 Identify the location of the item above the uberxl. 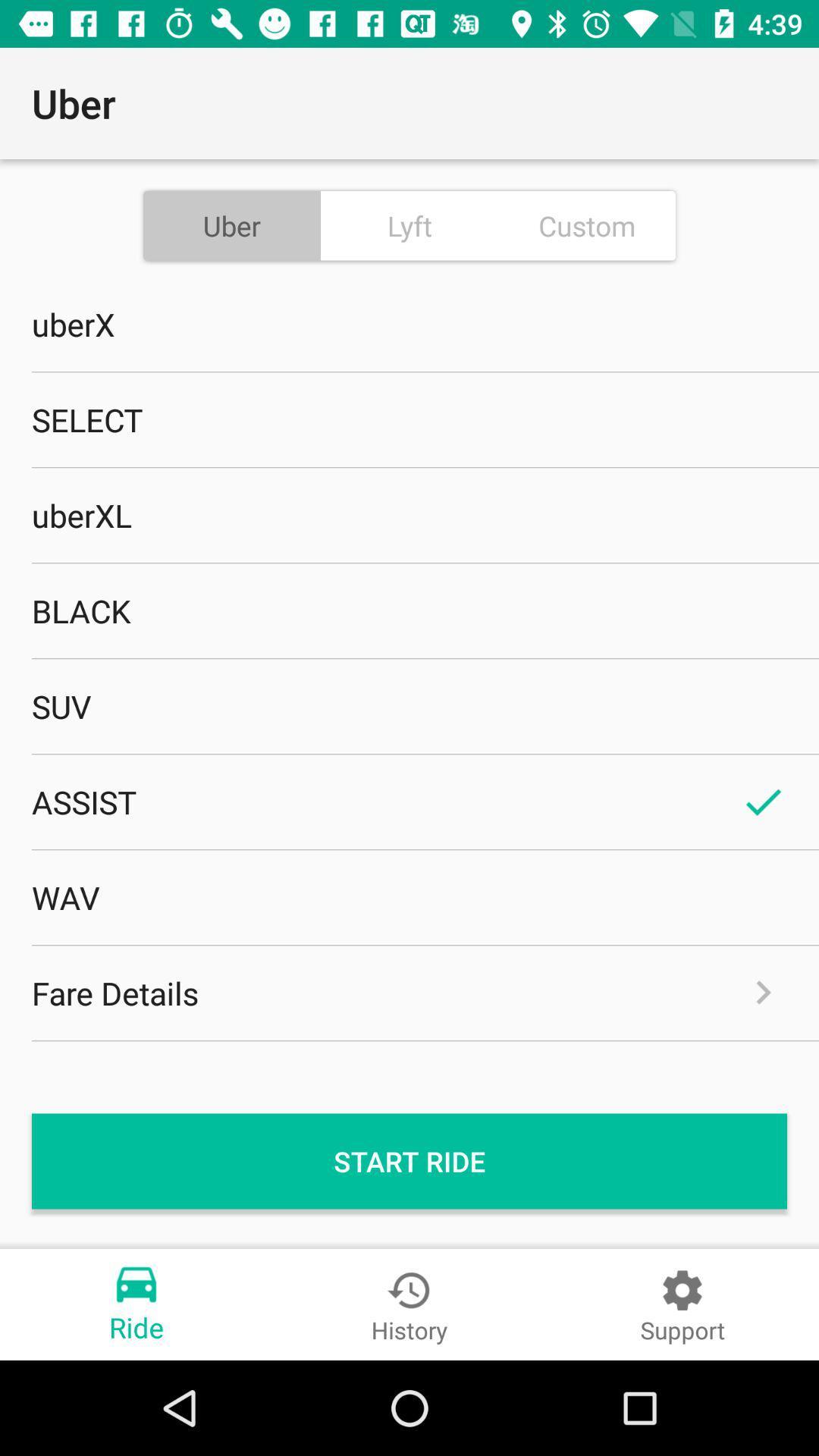
(409, 419).